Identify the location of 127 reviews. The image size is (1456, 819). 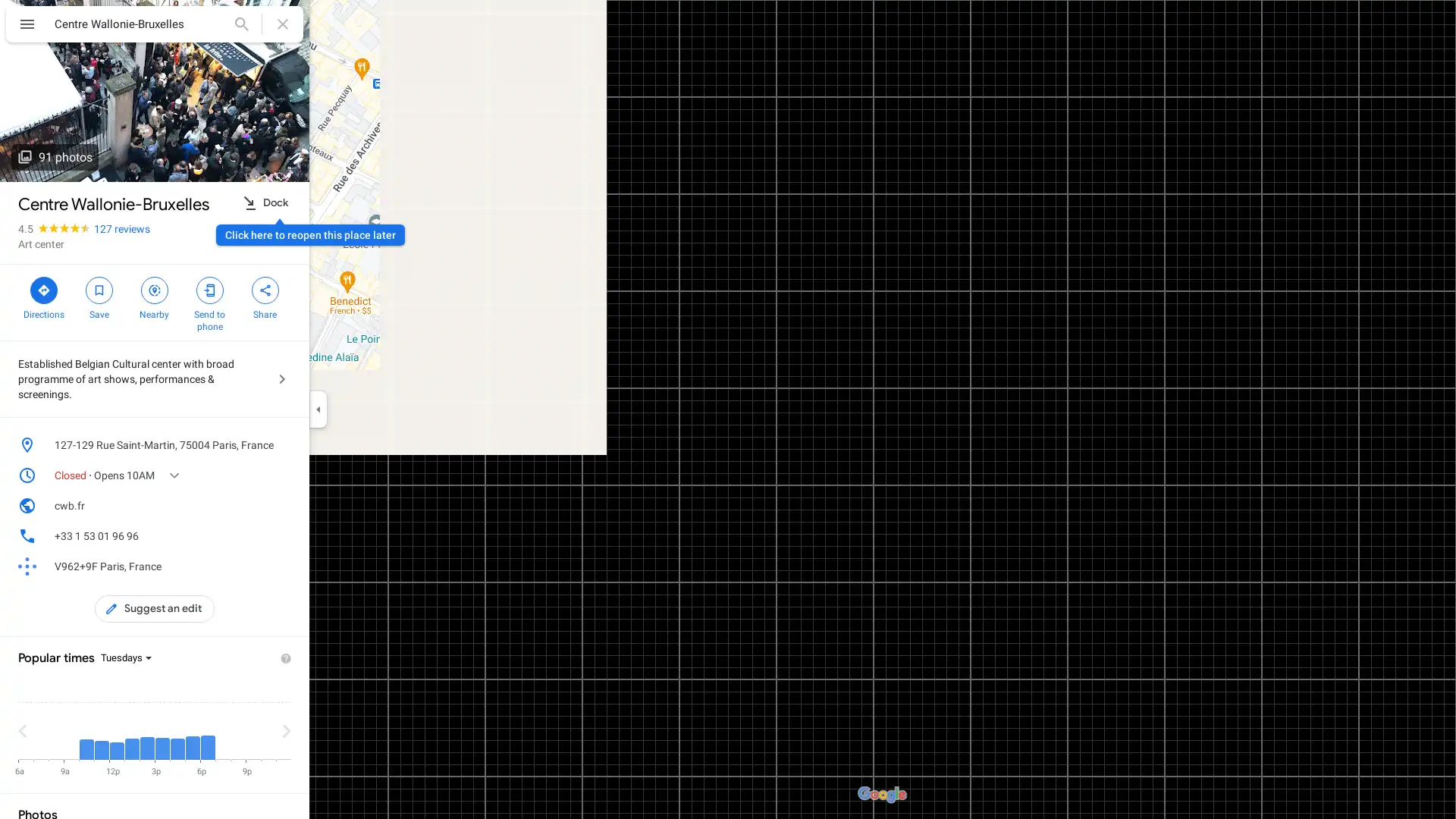
(122, 228).